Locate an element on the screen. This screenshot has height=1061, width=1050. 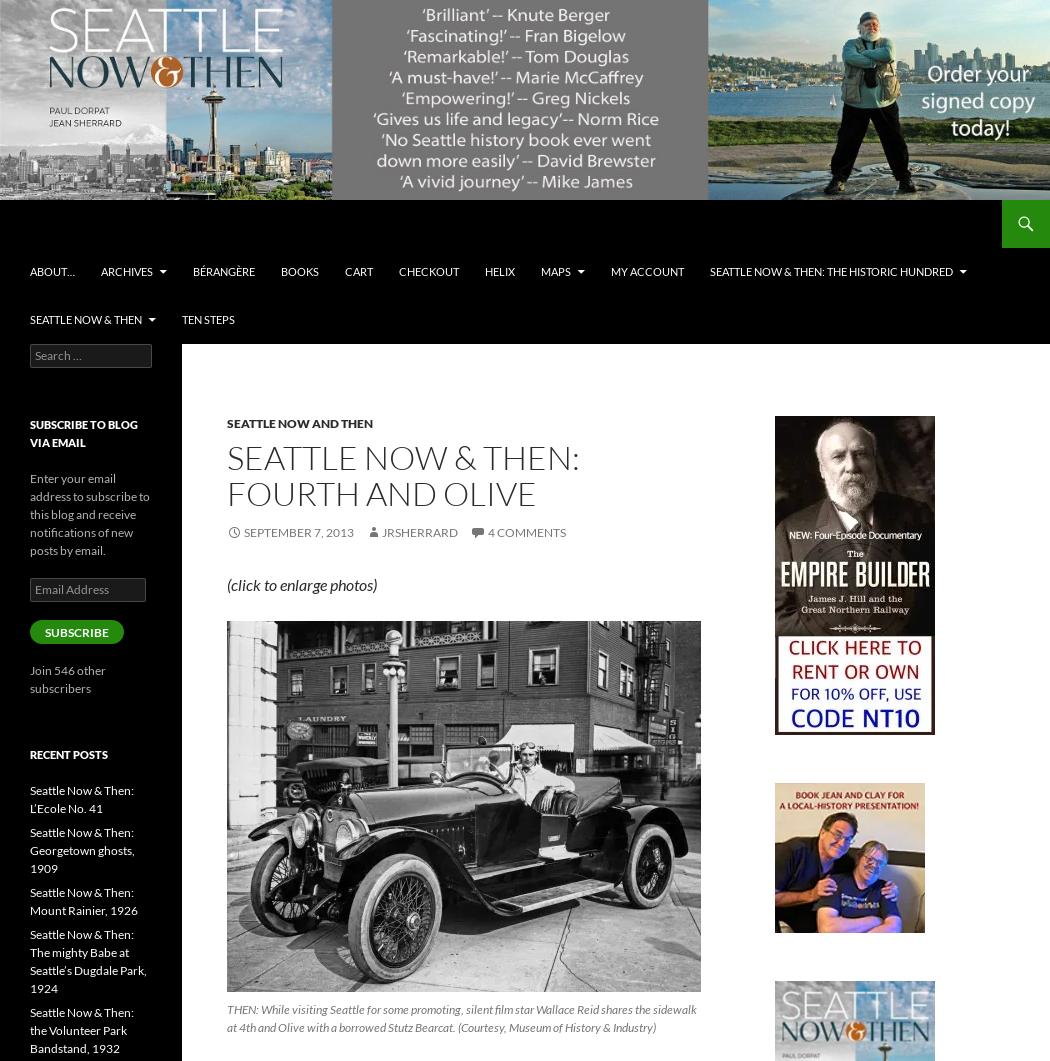
'jrsherrard' is located at coordinates (417, 531).